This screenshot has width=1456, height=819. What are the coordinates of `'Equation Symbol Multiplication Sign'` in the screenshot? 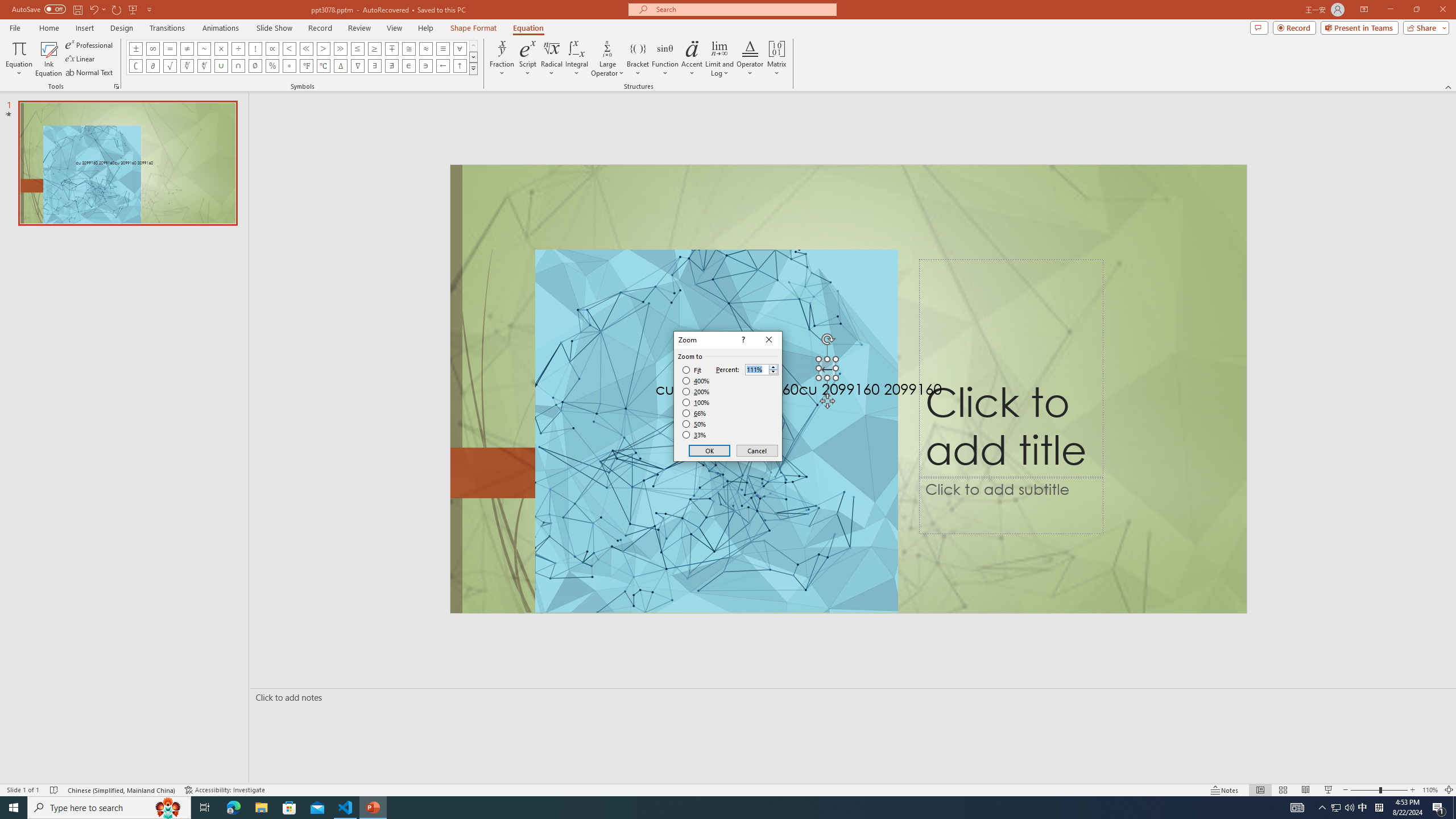 It's located at (221, 48).